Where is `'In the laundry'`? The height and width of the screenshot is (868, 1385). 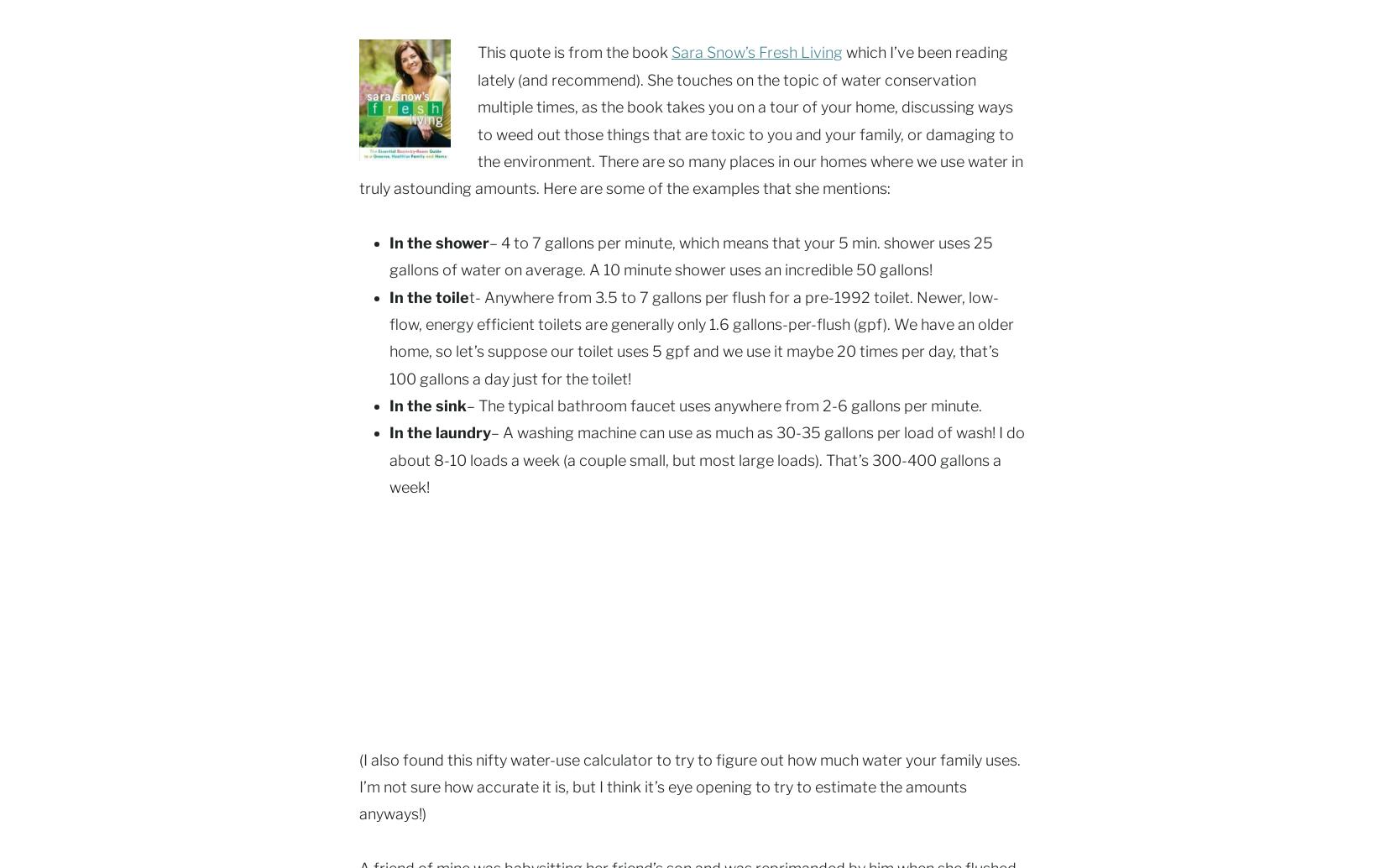
'In the laundry' is located at coordinates (388, 431).